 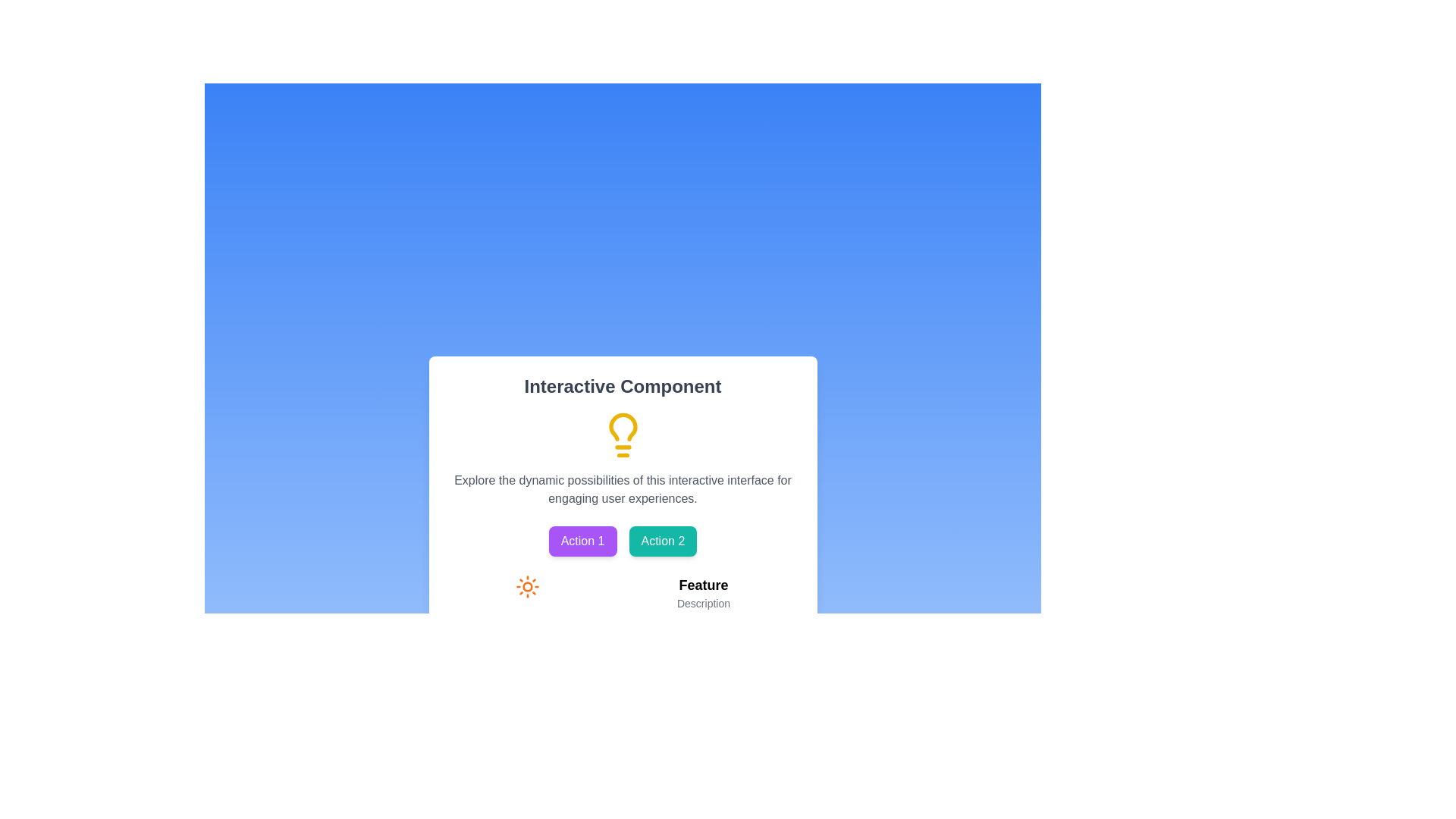 What do you see at coordinates (528, 586) in the screenshot?
I see `the central orange circle of the sun icon located below the 'Interactive Component' title and to the left of the 'Feature Description' label` at bounding box center [528, 586].